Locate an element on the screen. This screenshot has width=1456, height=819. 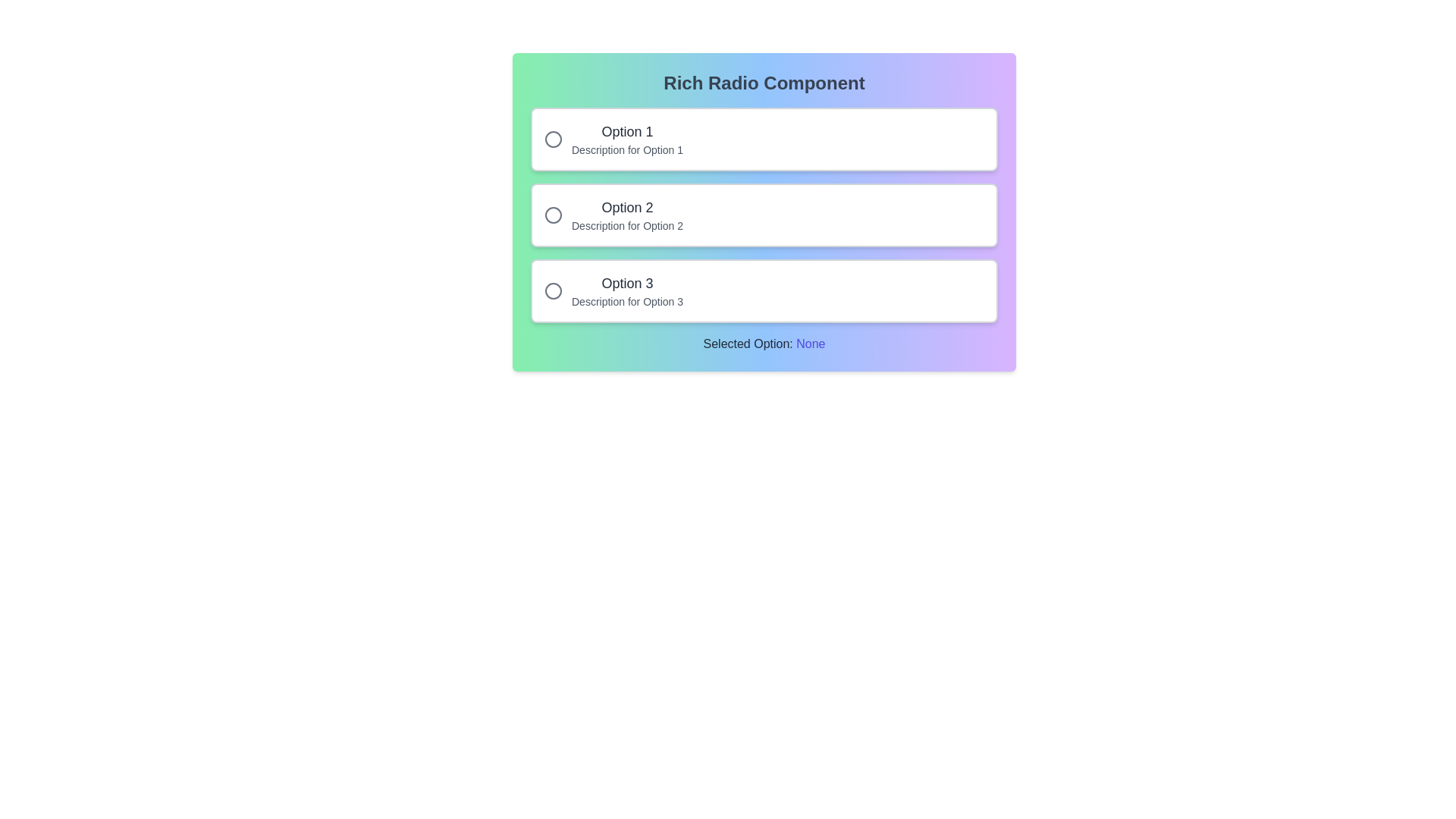
text label element that displays 'Option 2', which is styled with a large font size and is located in the second section of a vertically stacked set of options is located at coordinates (627, 207).